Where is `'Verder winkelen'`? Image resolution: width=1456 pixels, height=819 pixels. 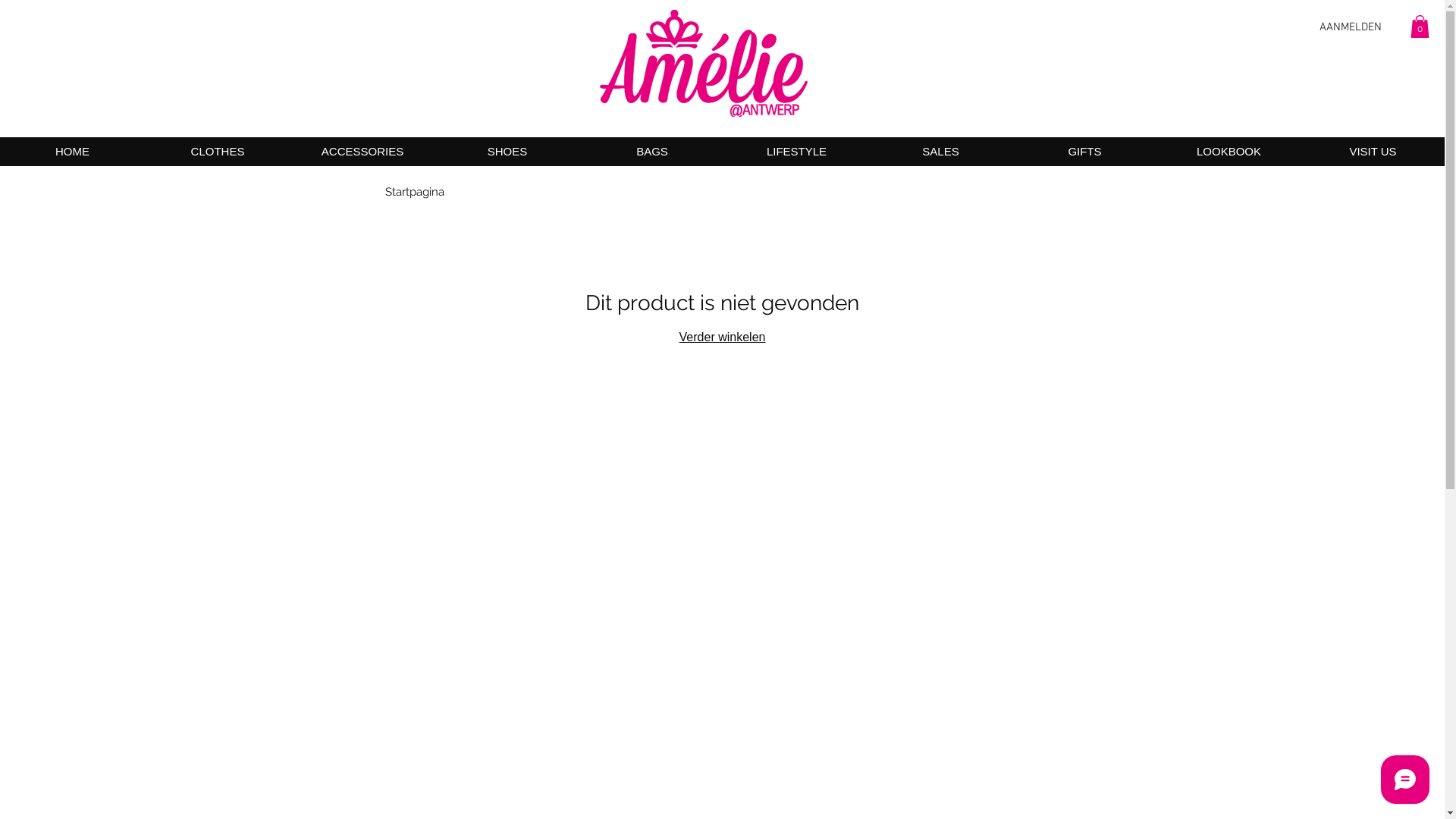 'Verder winkelen' is located at coordinates (722, 336).